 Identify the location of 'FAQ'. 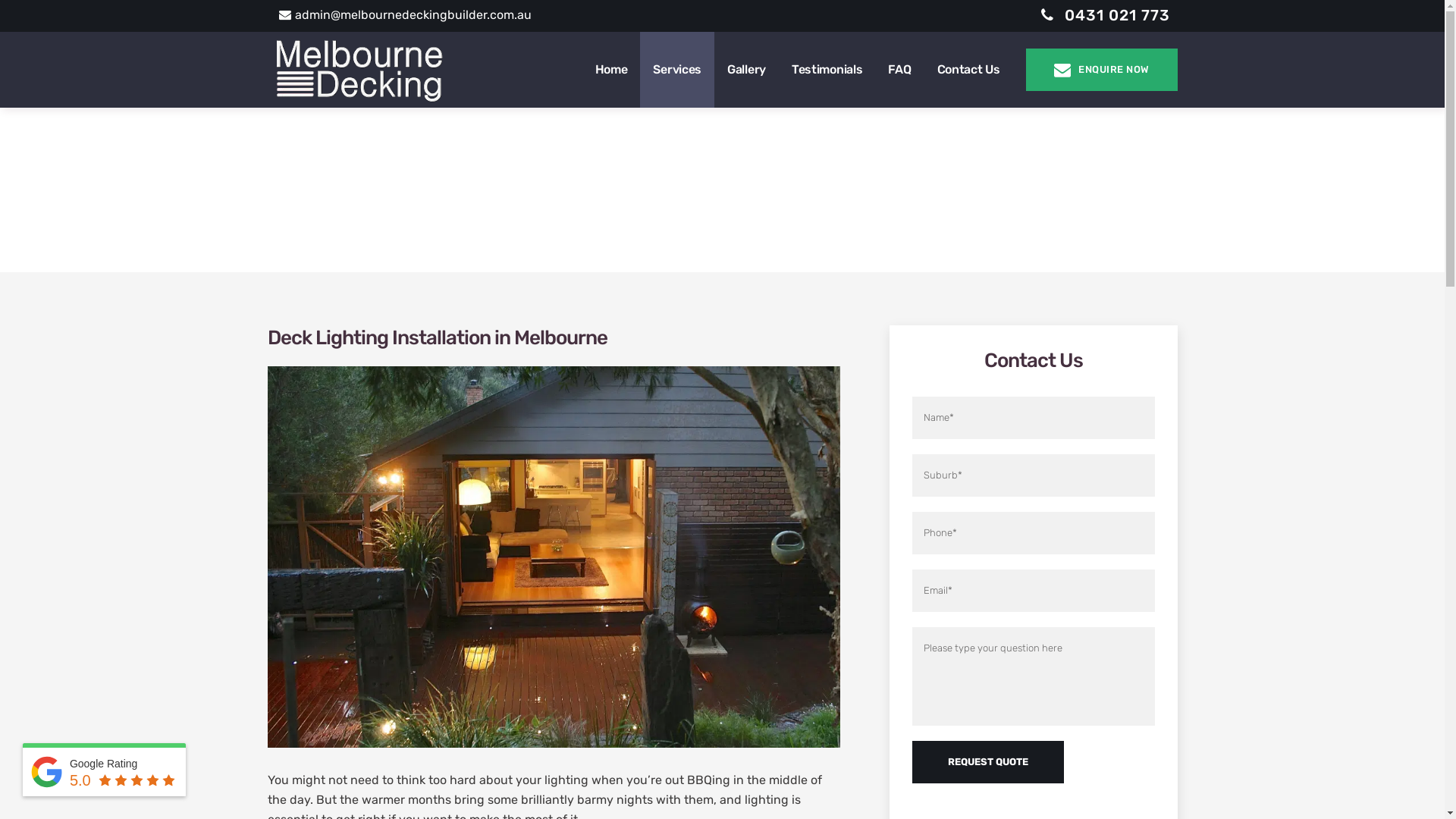
(899, 70).